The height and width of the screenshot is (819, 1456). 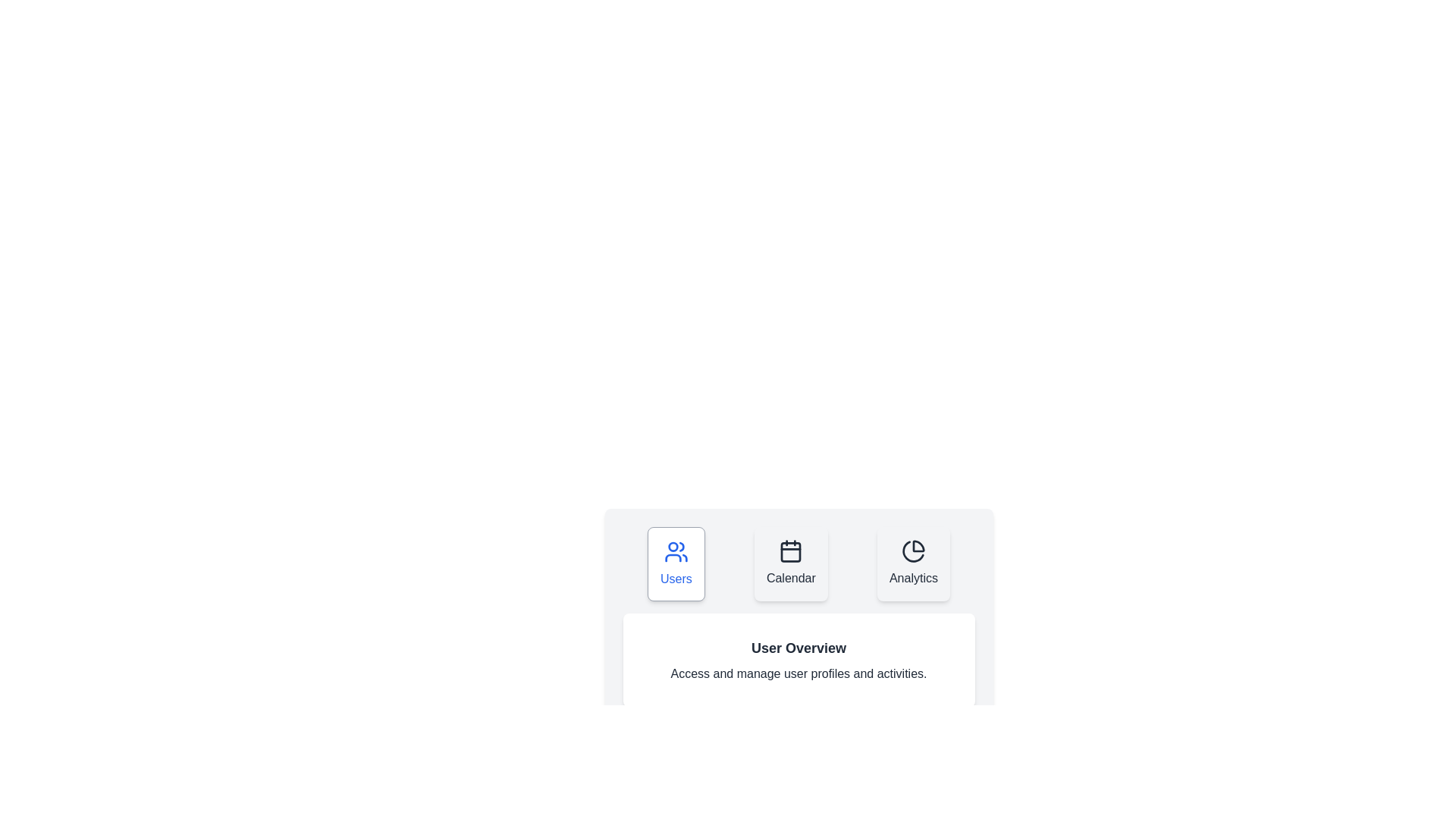 What do you see at coordinates (912, 564) in the screenshot?
I see `the 'Analytics' button, which has a pie chart icon above the text` at bounding box center [912, 564].